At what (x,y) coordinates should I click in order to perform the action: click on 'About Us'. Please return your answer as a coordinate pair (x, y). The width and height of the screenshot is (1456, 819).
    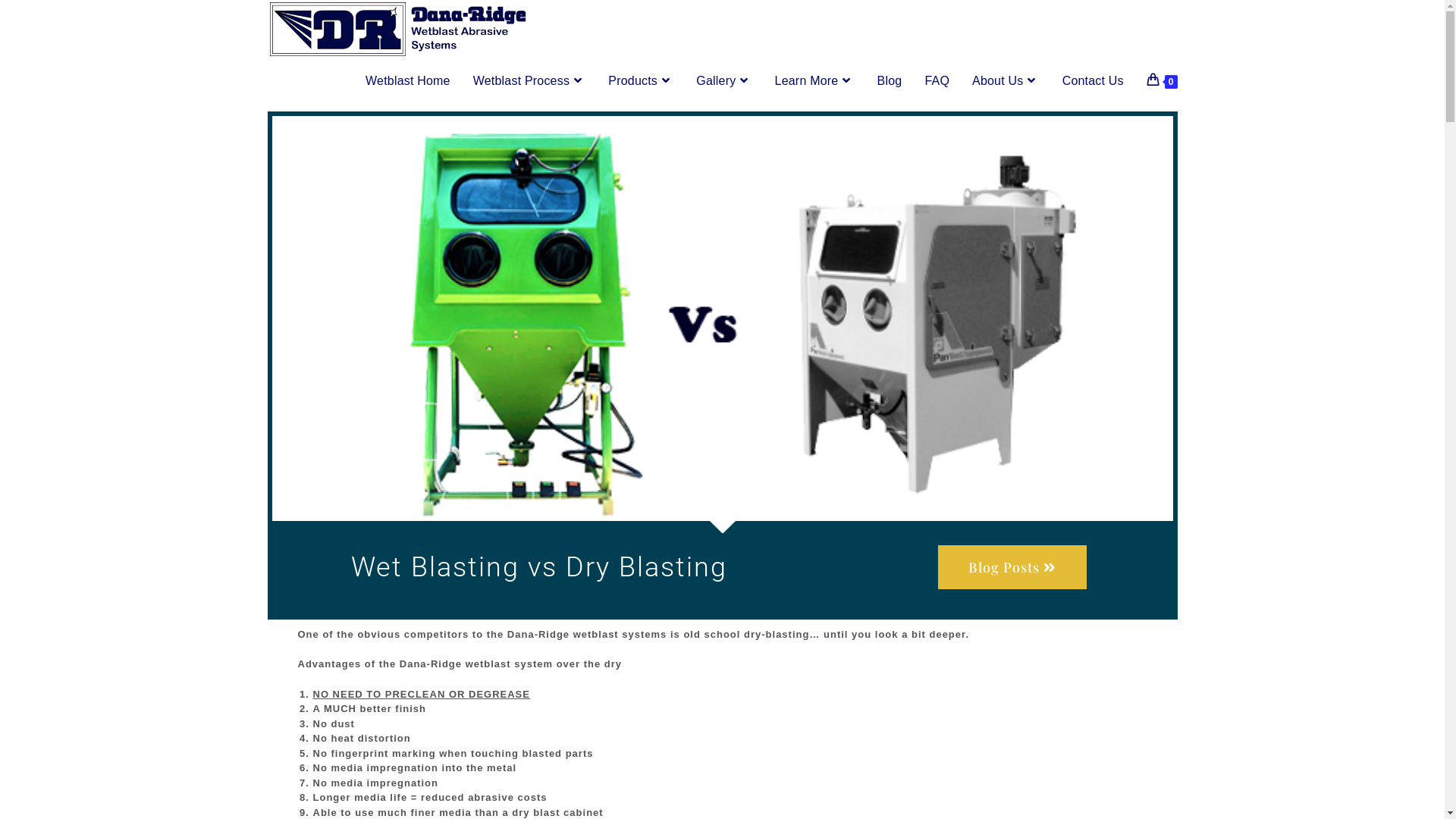
    Looking at the image, I should click on (1006, 81).